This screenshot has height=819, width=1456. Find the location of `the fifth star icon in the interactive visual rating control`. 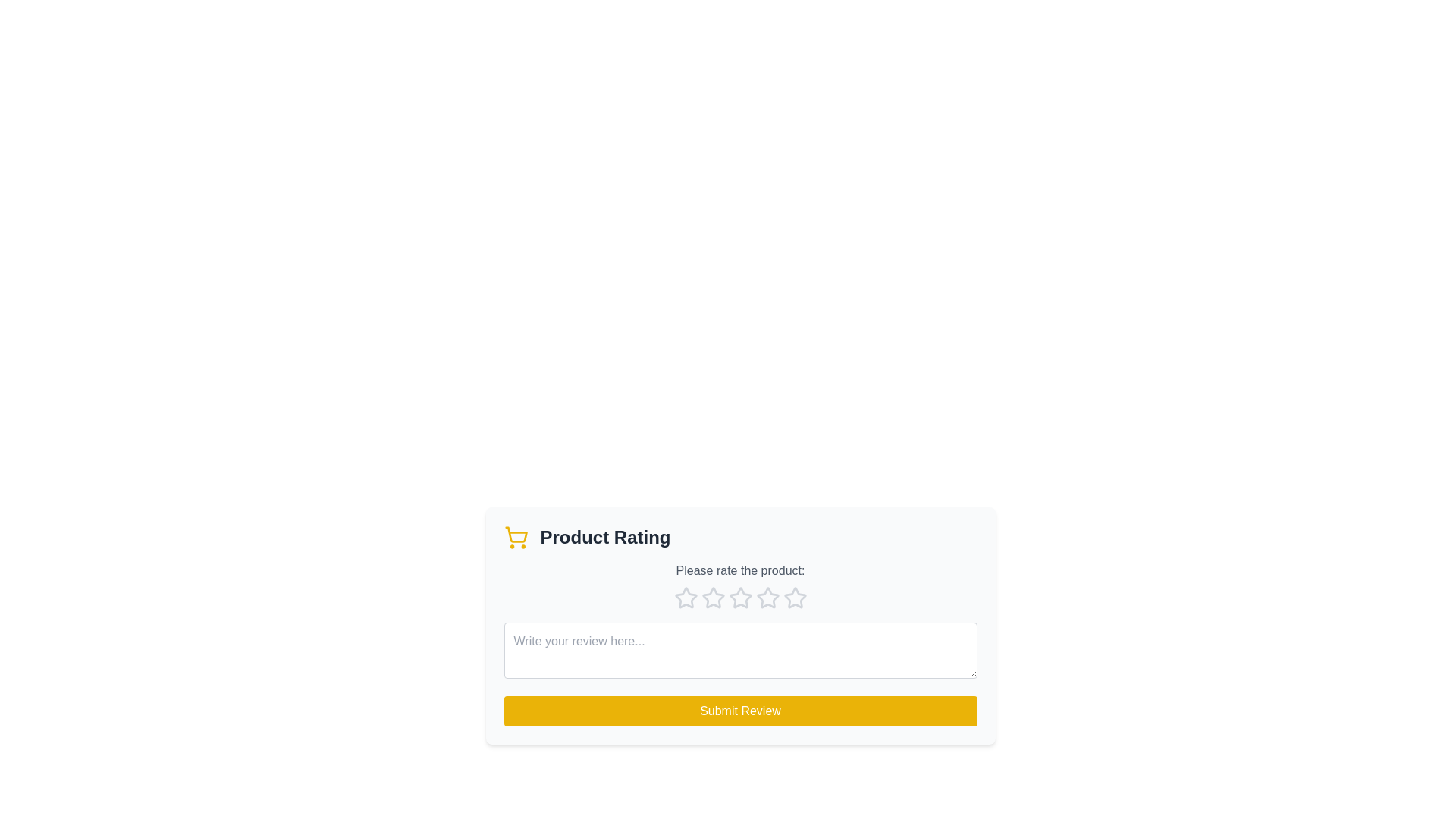

the fifth star icon in the interactive visual rating control is located at coordinates (794, 598).